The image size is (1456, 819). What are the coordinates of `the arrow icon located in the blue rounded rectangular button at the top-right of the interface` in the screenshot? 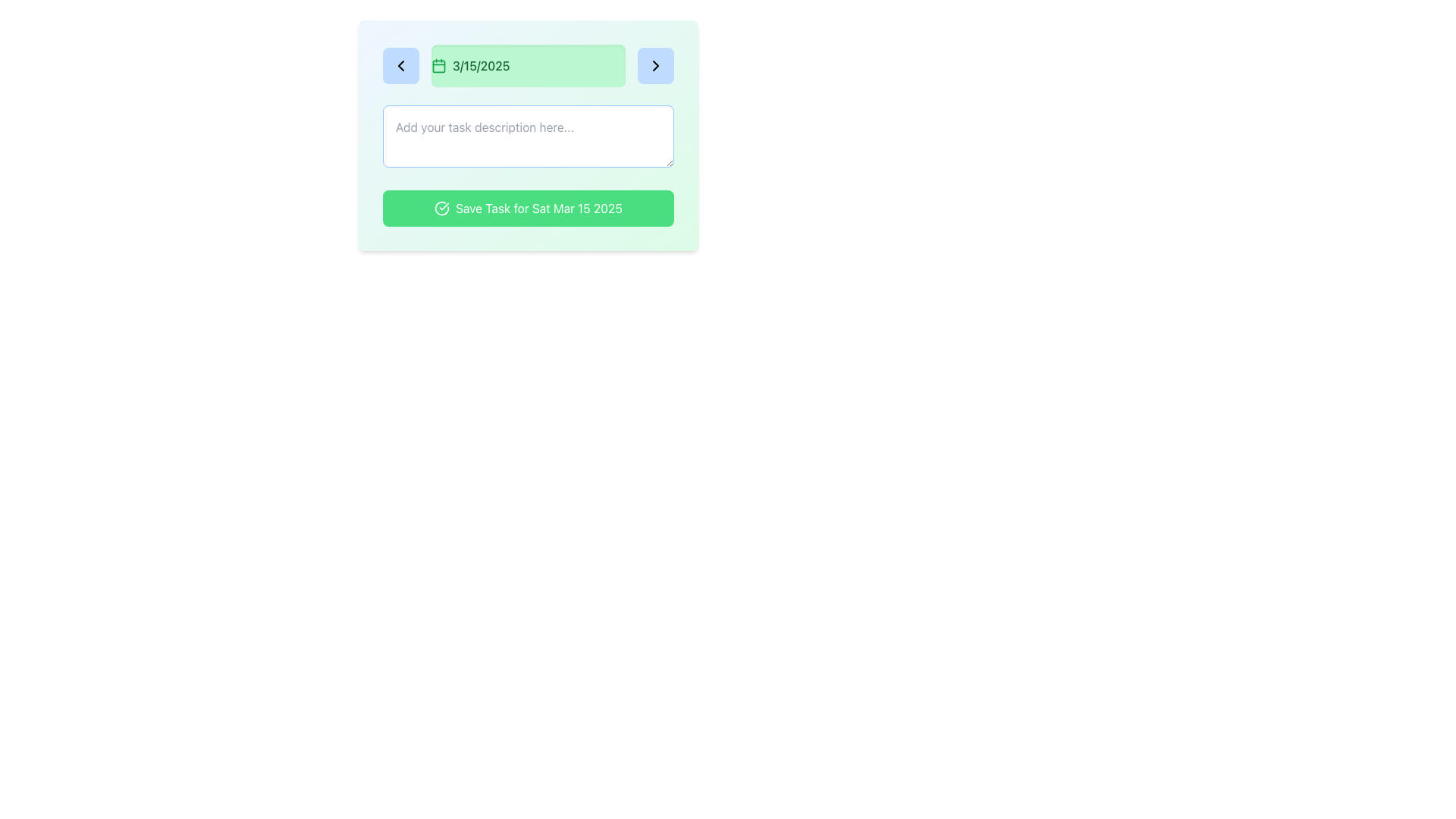 It's located at (655, 65).